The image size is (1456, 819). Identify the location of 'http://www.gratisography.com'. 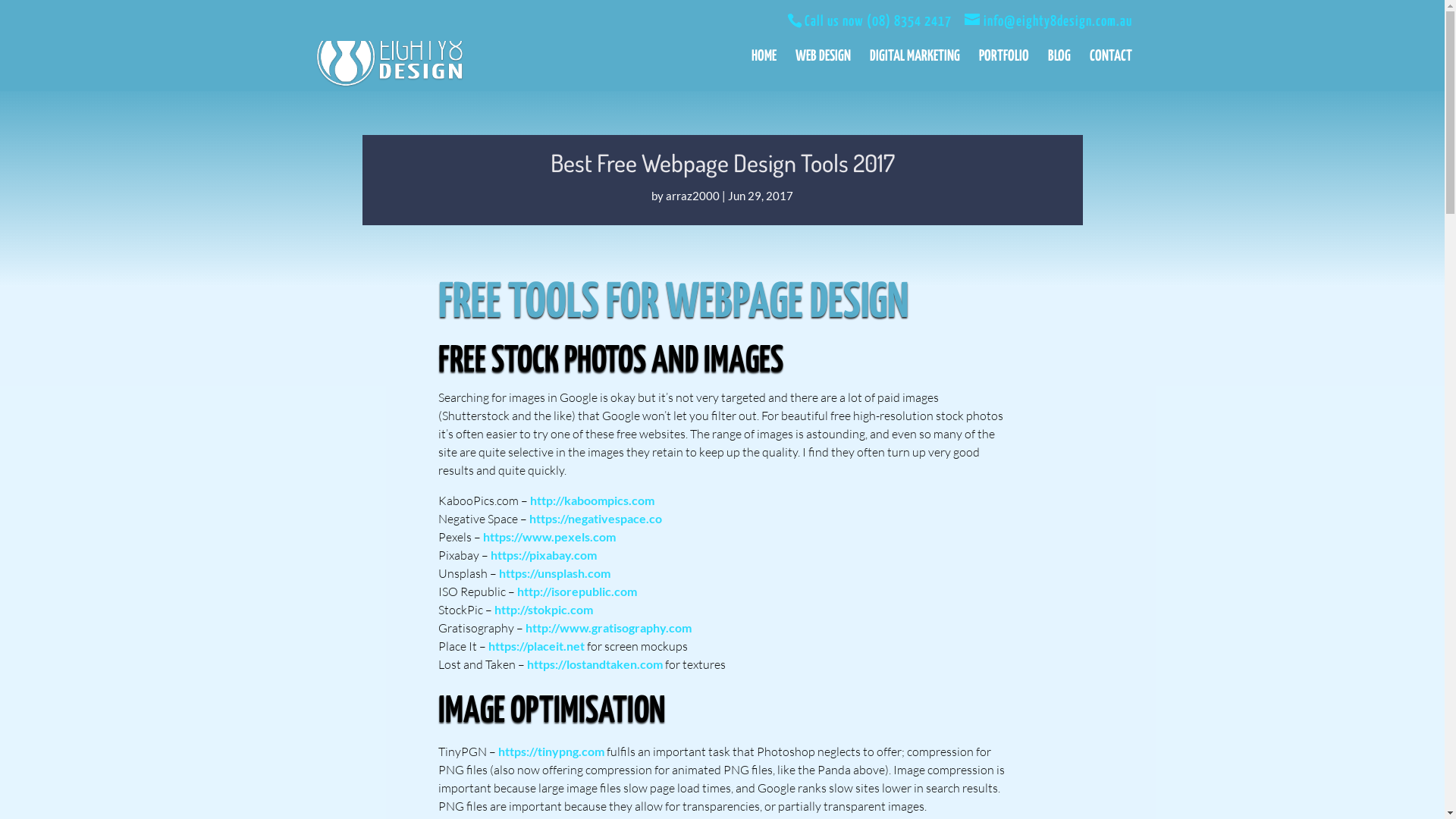
(607, 627).